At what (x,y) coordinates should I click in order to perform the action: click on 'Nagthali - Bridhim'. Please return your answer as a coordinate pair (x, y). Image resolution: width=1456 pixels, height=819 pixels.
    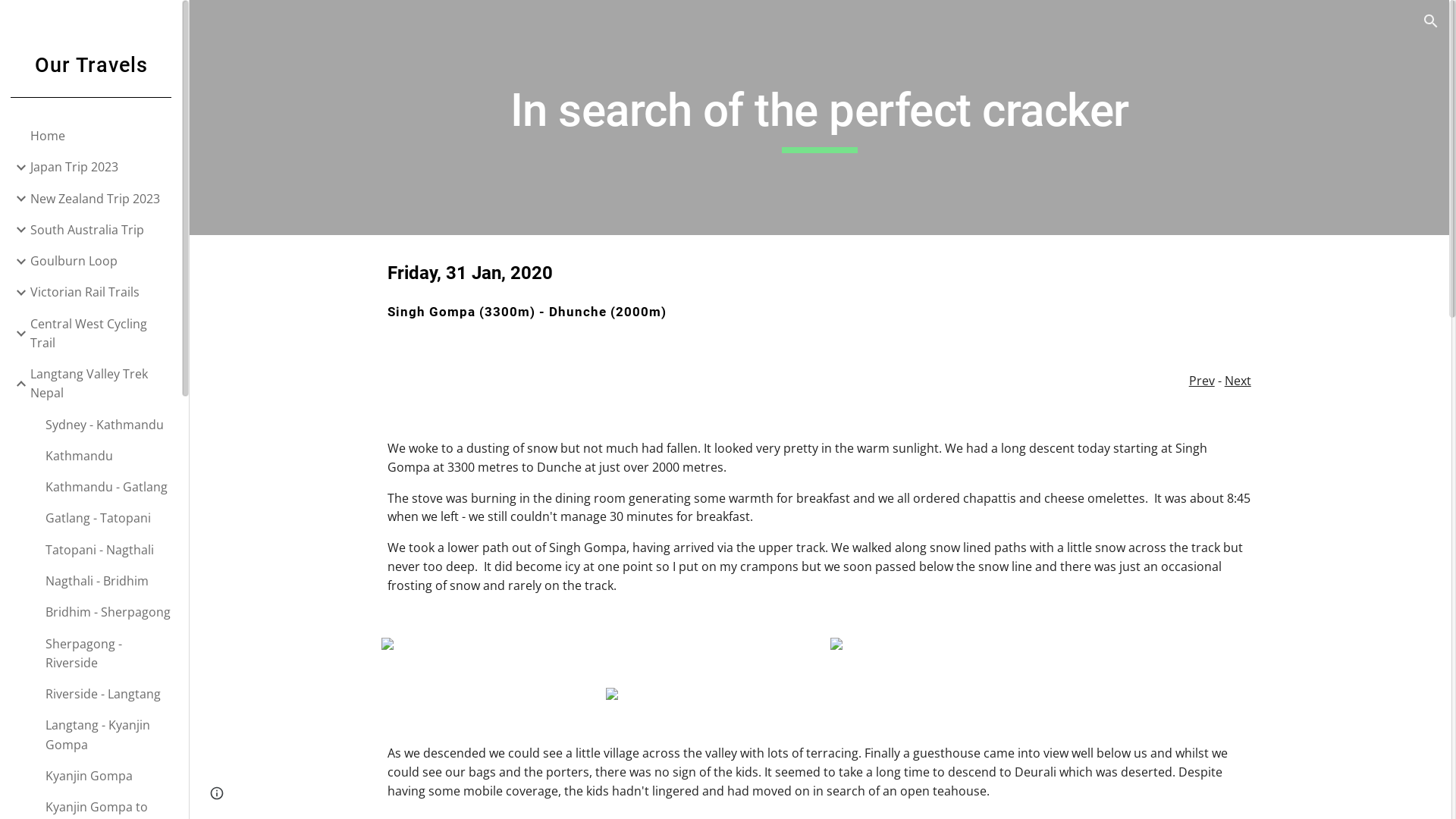
    Looking at the image, I should click on (107, 580).